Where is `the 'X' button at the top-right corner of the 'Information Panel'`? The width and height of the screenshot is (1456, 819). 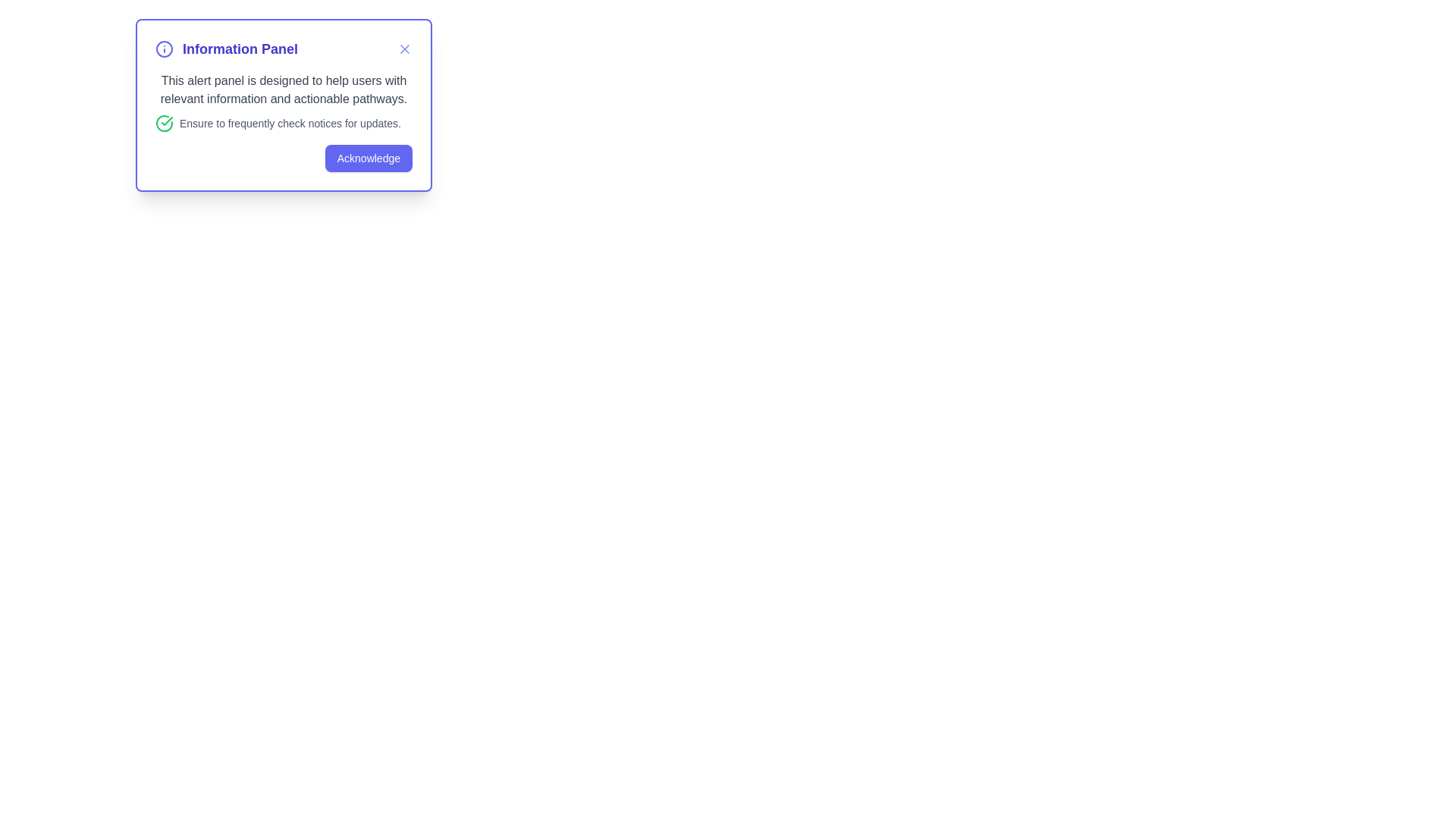
the 'X' button at the top-right corner of the 'Information Panel' is located at coordinates (404, 49).